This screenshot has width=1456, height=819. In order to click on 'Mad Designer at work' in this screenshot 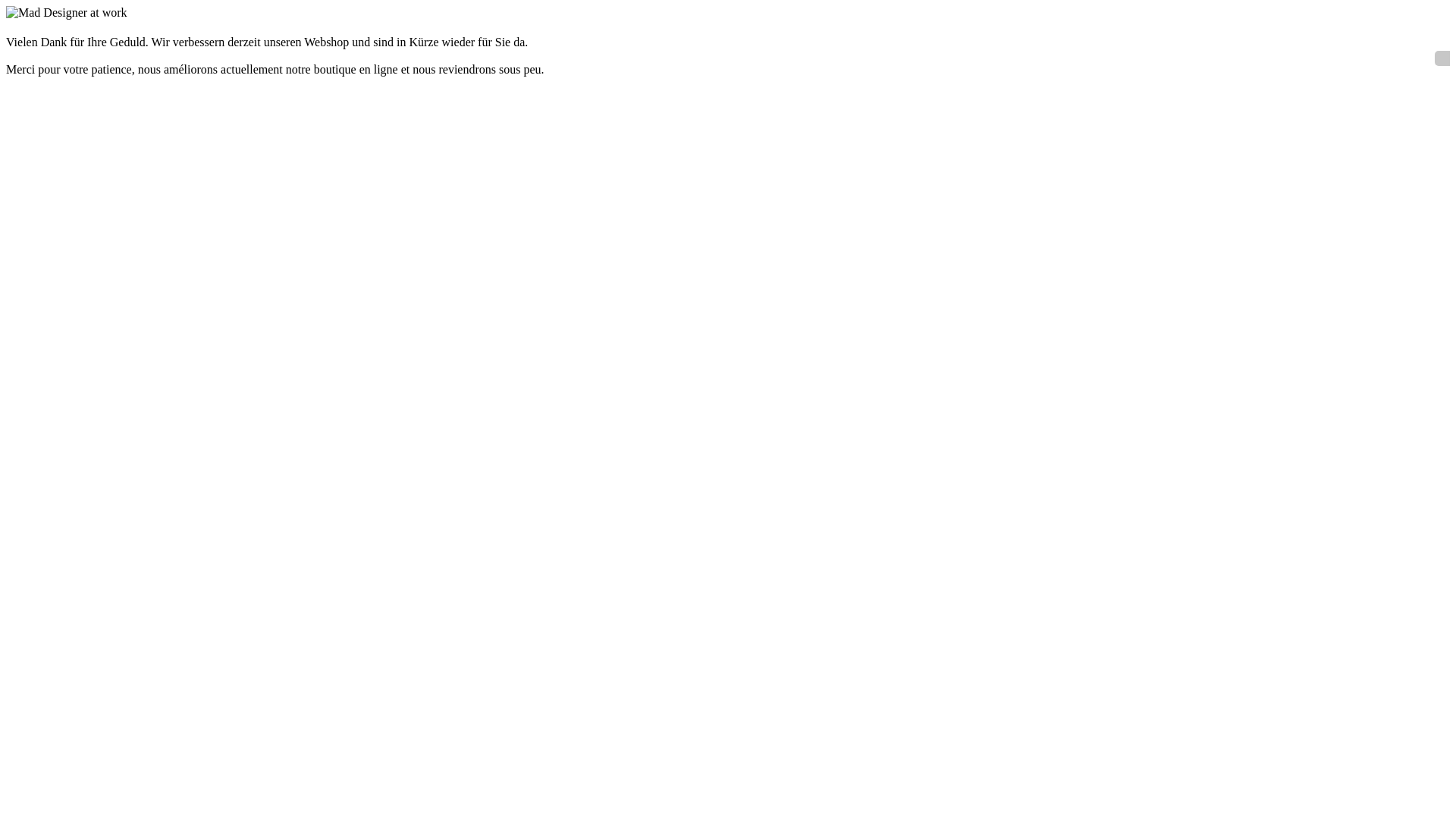, I will do `click(65, 12)`.